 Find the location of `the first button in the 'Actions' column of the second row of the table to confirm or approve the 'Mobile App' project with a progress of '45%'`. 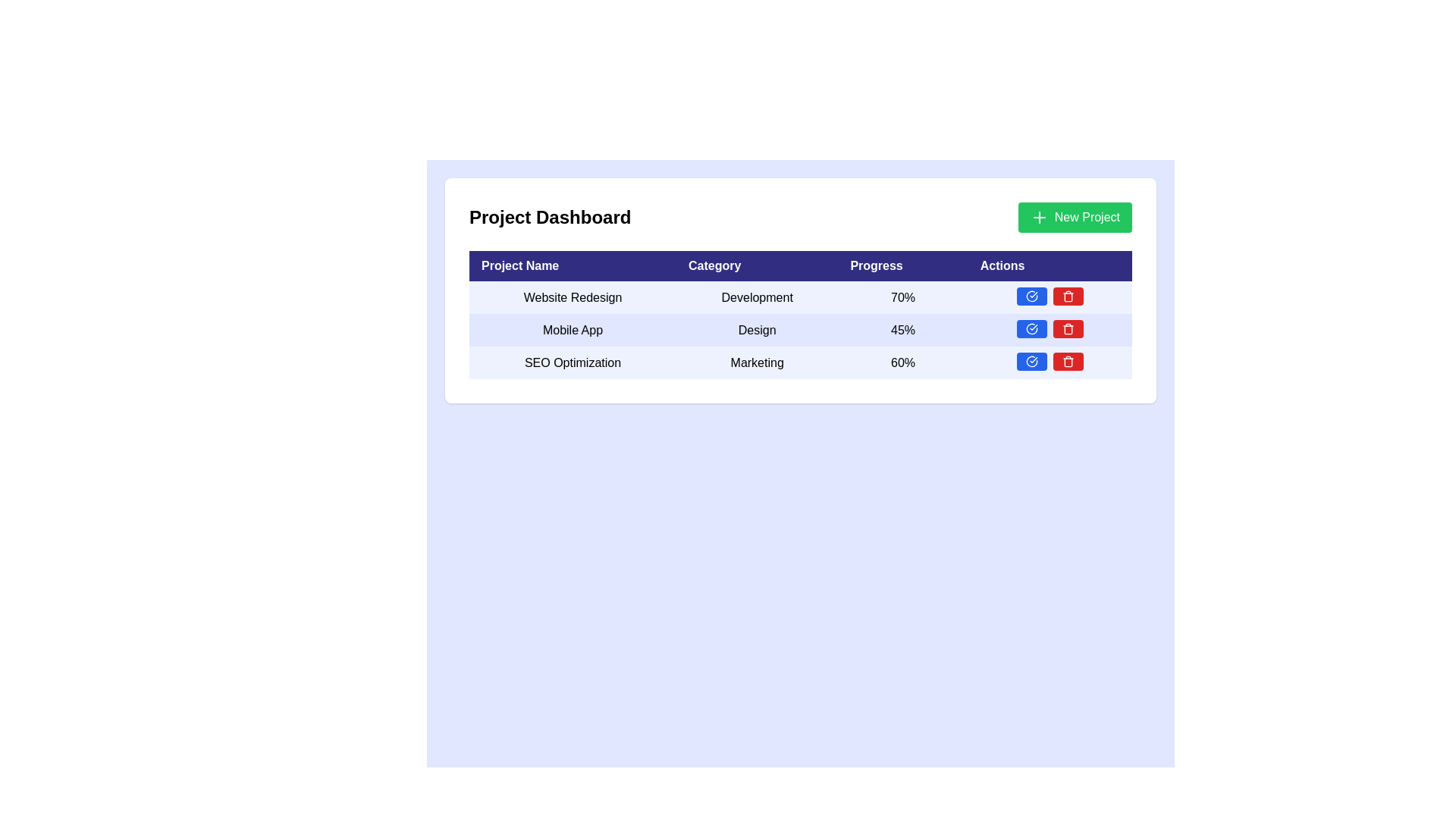

the first button in the 'Actions' column of the second row of the table to confirm or approve the 'Mobile App' project with a progress of '45%' is located at coordinates (1031, 328).